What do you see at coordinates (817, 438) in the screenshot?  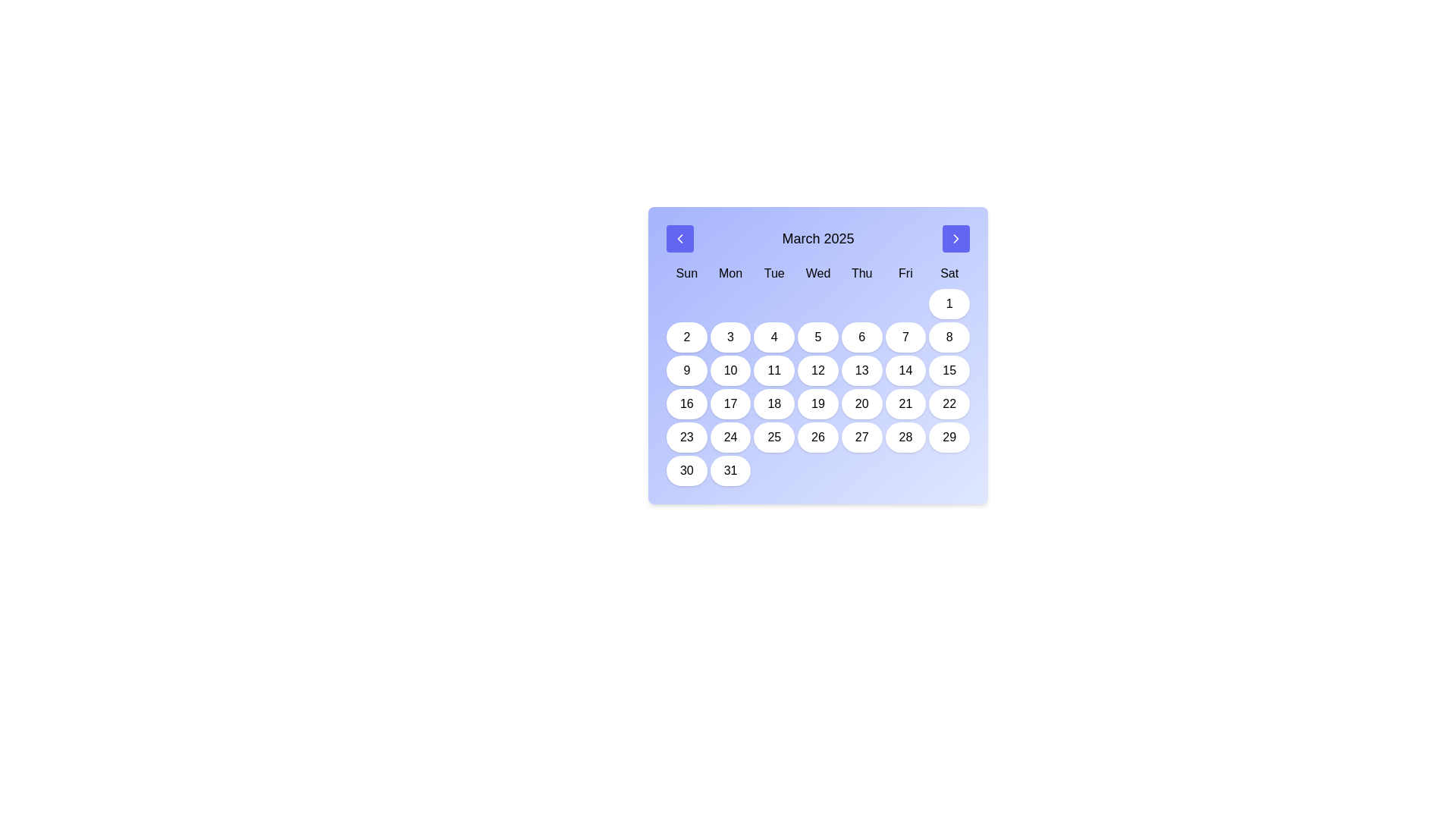 I see `the circular button with a white background and the number '26' in black text` at bounding box center [817, 438].